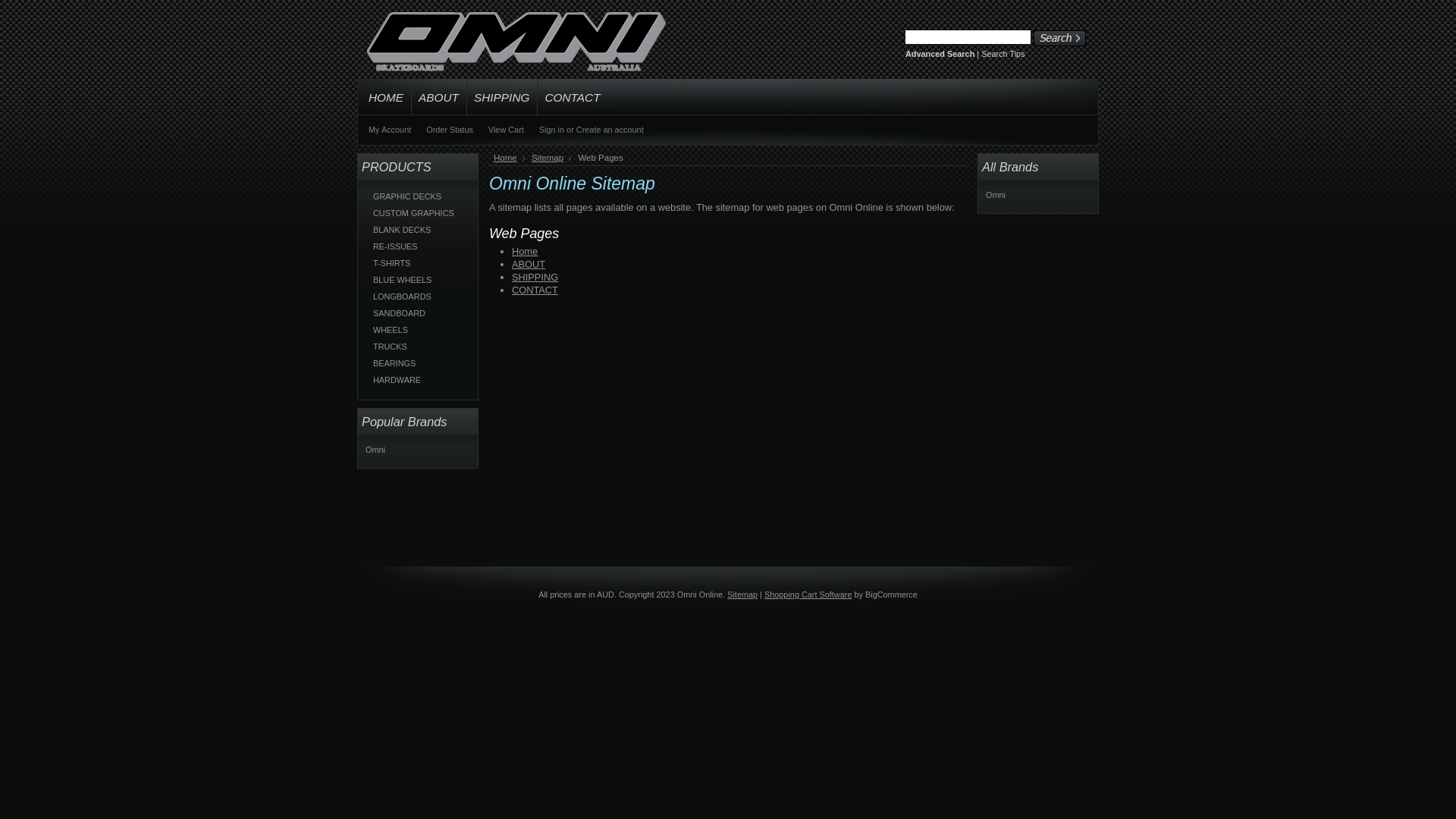  I want to click on 'CUSTOM GRAPHICS', so click(365, 213).